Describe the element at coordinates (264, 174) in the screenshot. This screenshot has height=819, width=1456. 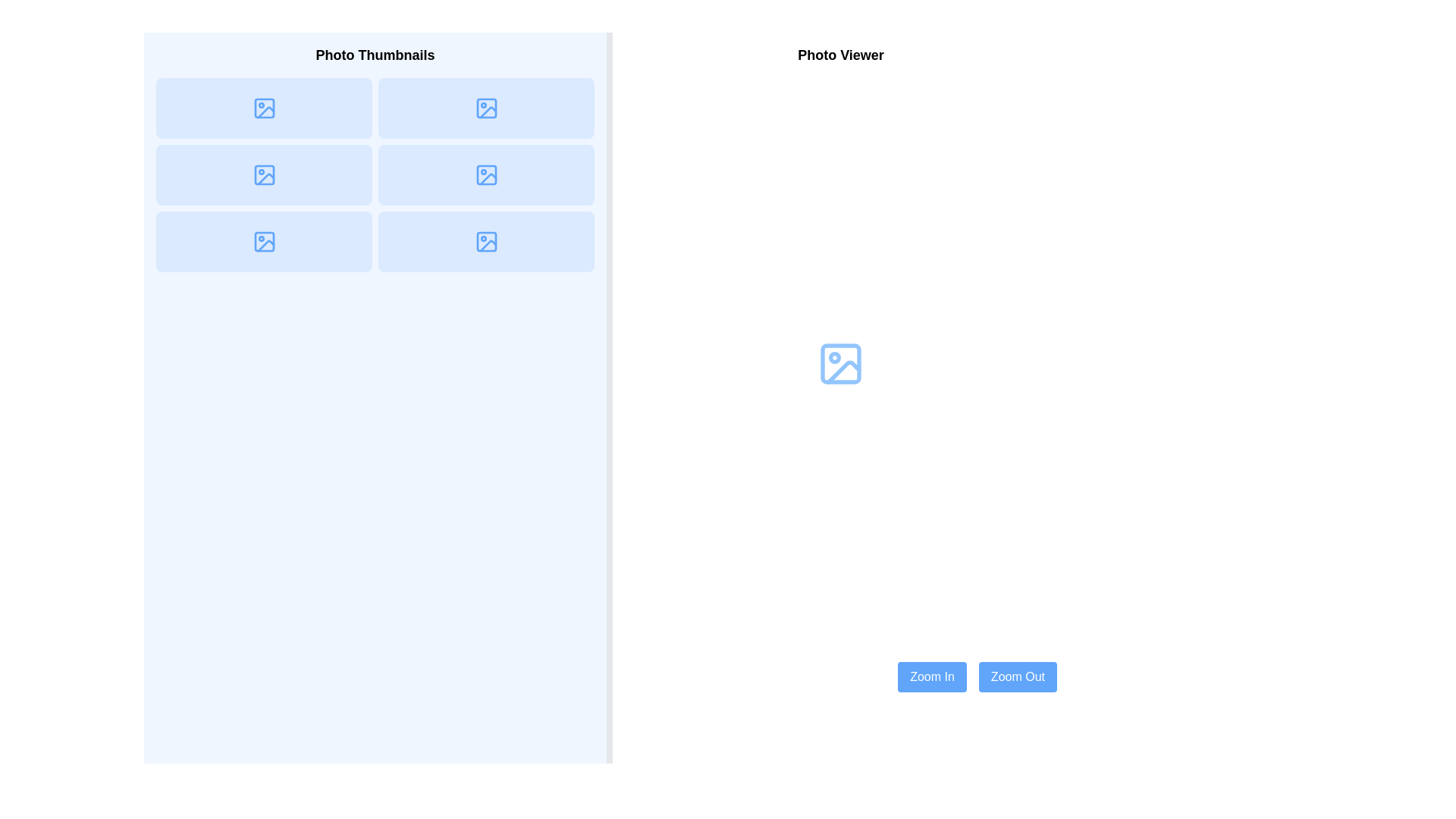
I see `the SVG icon representing an image placeholder located in the 'Photo Thumbnails' section, positioned in the second row and first column of the grid layout` at that location.